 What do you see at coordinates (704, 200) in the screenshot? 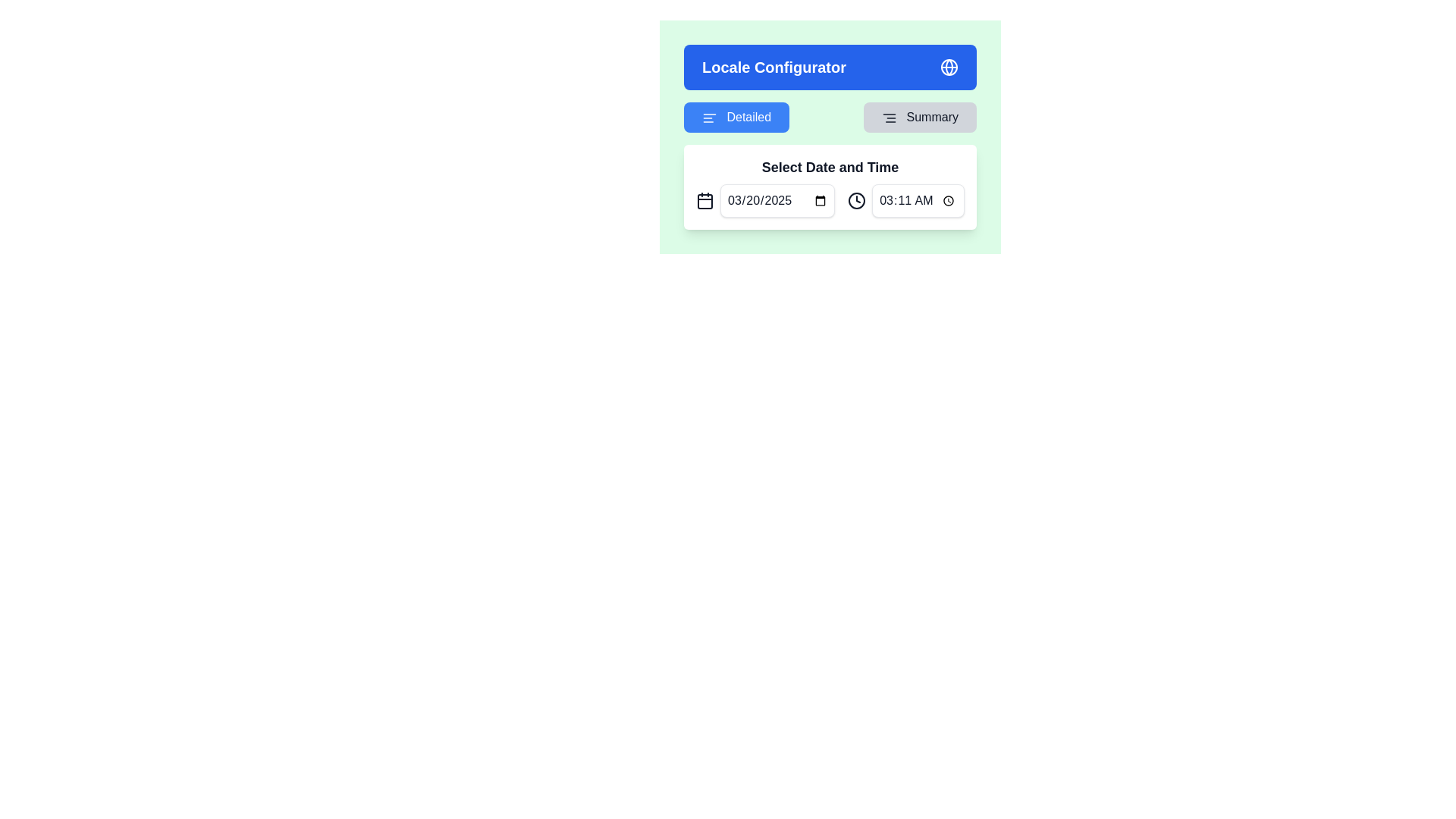
I see `the small calendar icon with rounded corners, which is the leftmost element before the date input field under the 'Select Date and Time' label` at bounding box center [704, 200].